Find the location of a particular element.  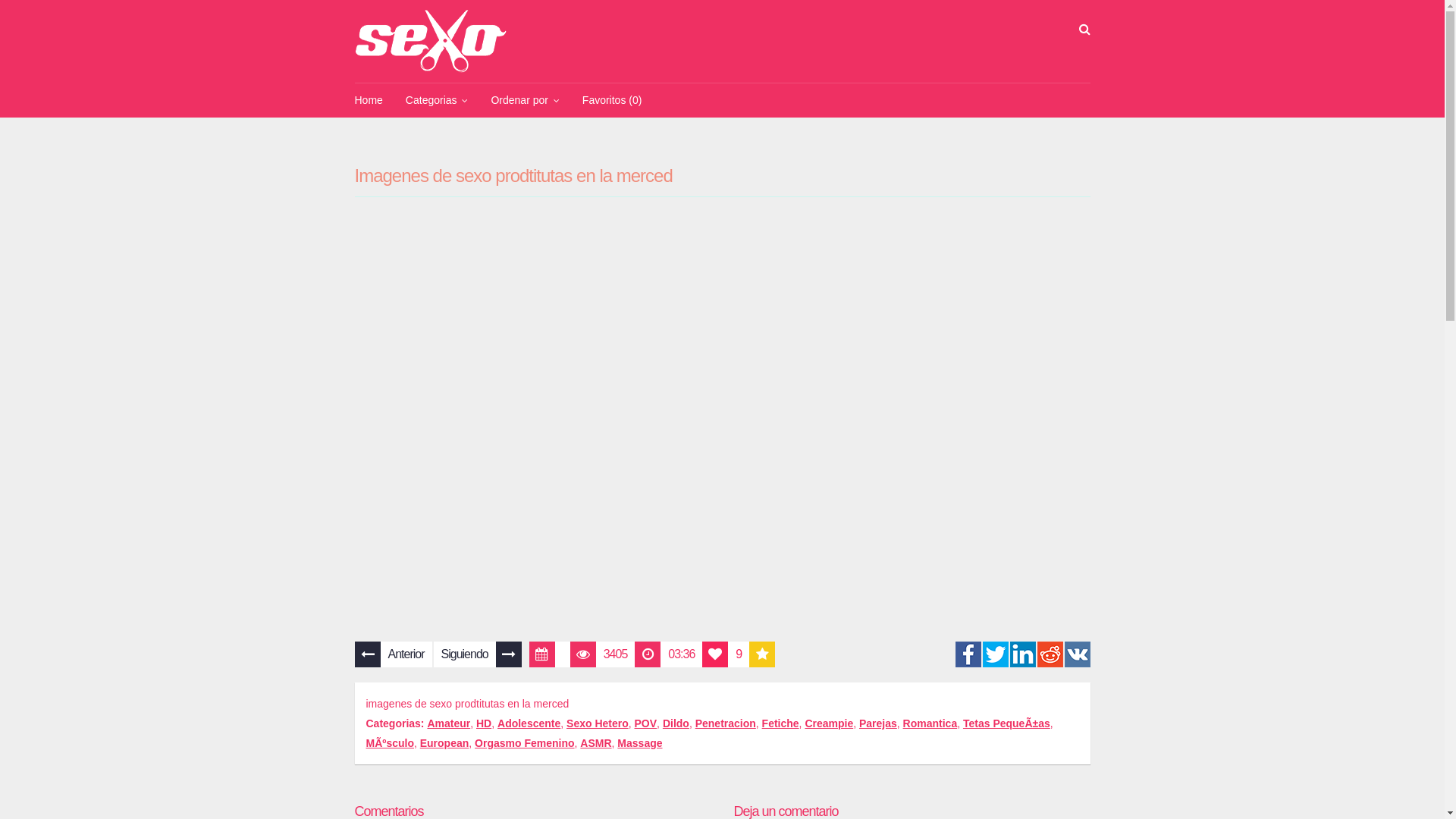

'Parejas' is located at coordinates (877, 722).